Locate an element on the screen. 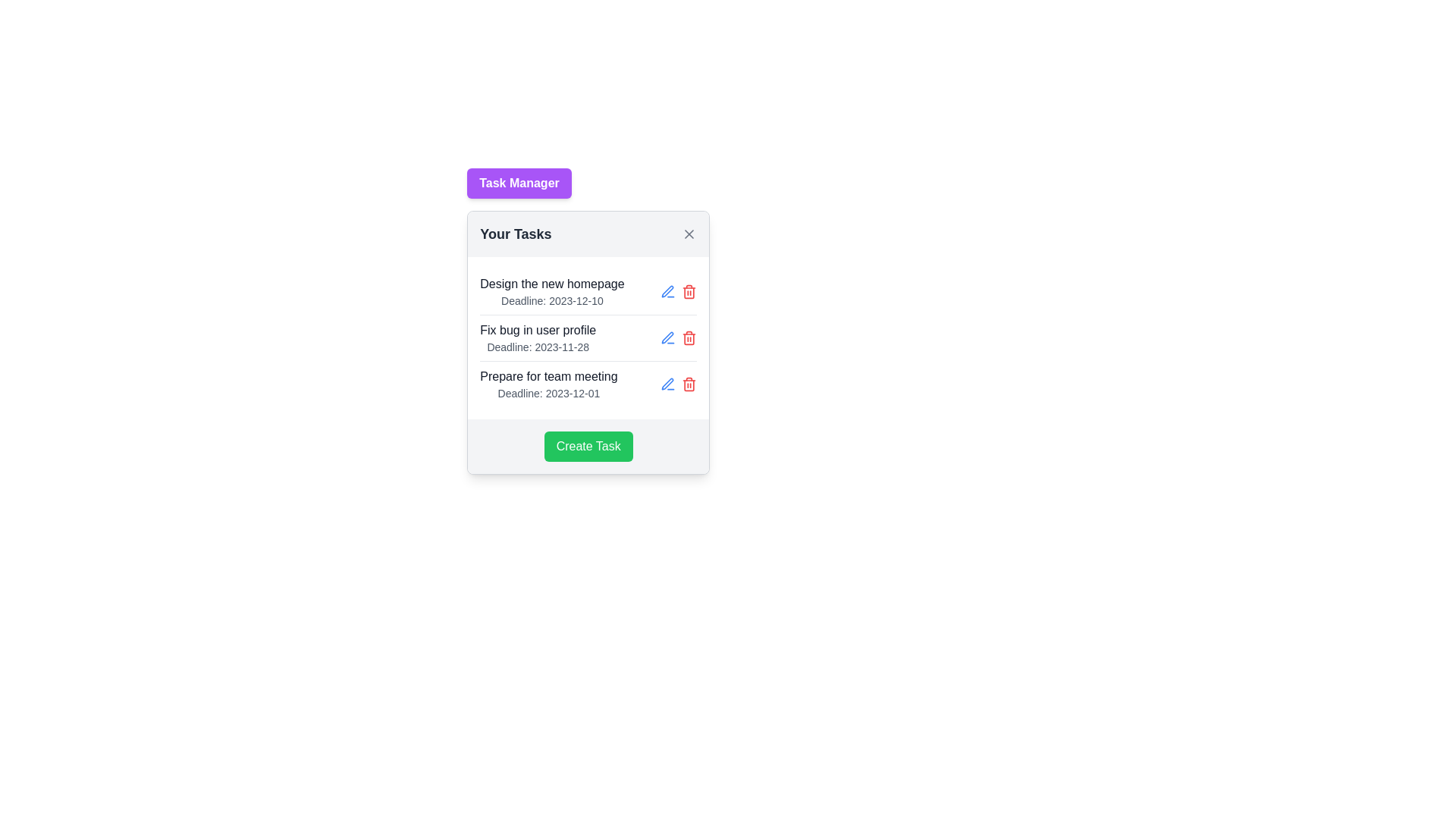 This screenshot has height=819, width=1456. the red trash can icon in the Action group located to the right of the text 'Prepare for team meeting' is located at coordinates (678, 383).